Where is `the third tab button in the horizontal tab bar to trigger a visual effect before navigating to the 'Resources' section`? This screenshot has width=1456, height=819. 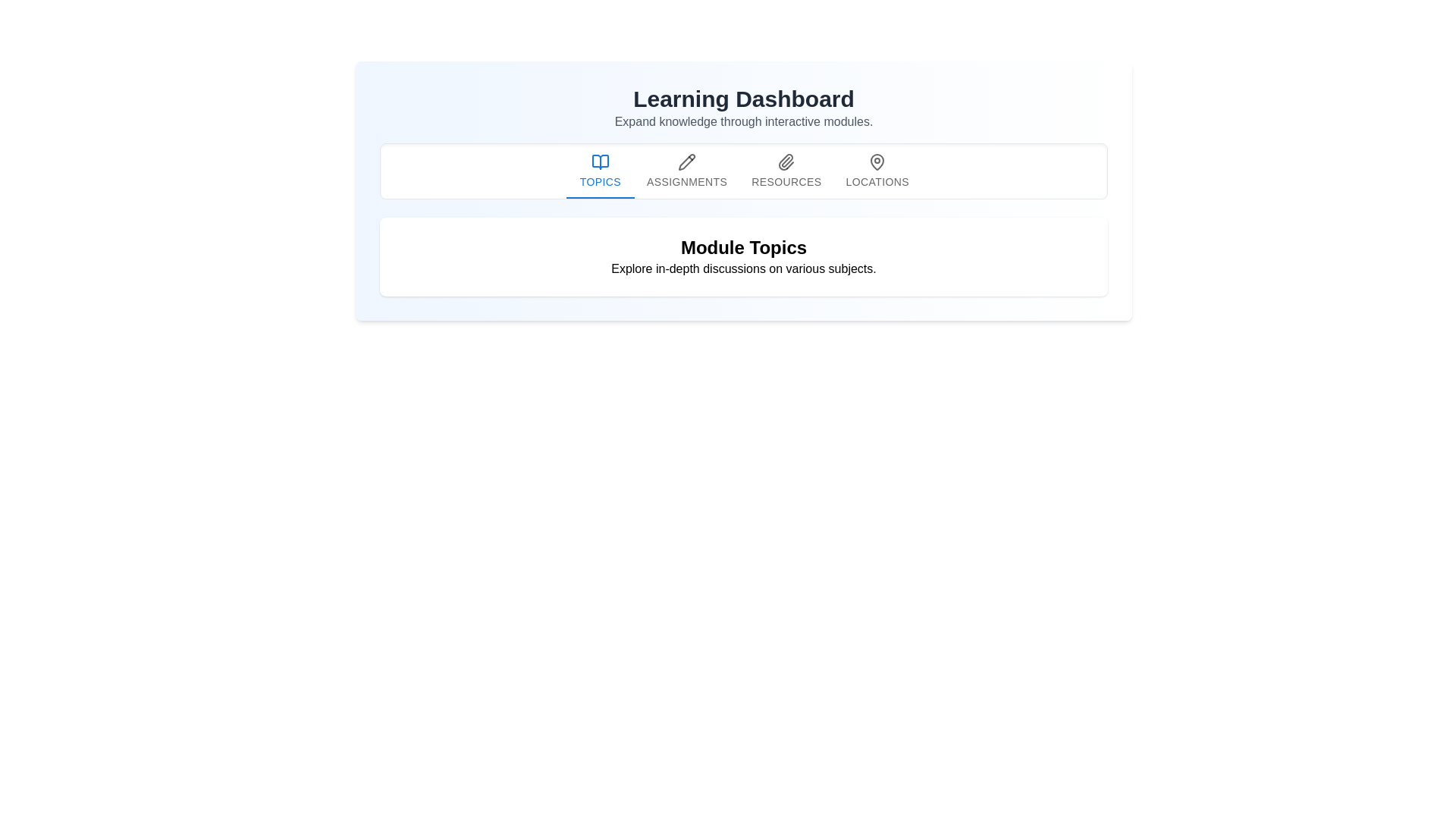
the third tab button in the horizontal tab bar to trigger a visual effect before navigating to the 'Resources' section is located at coordinates (786, 171).